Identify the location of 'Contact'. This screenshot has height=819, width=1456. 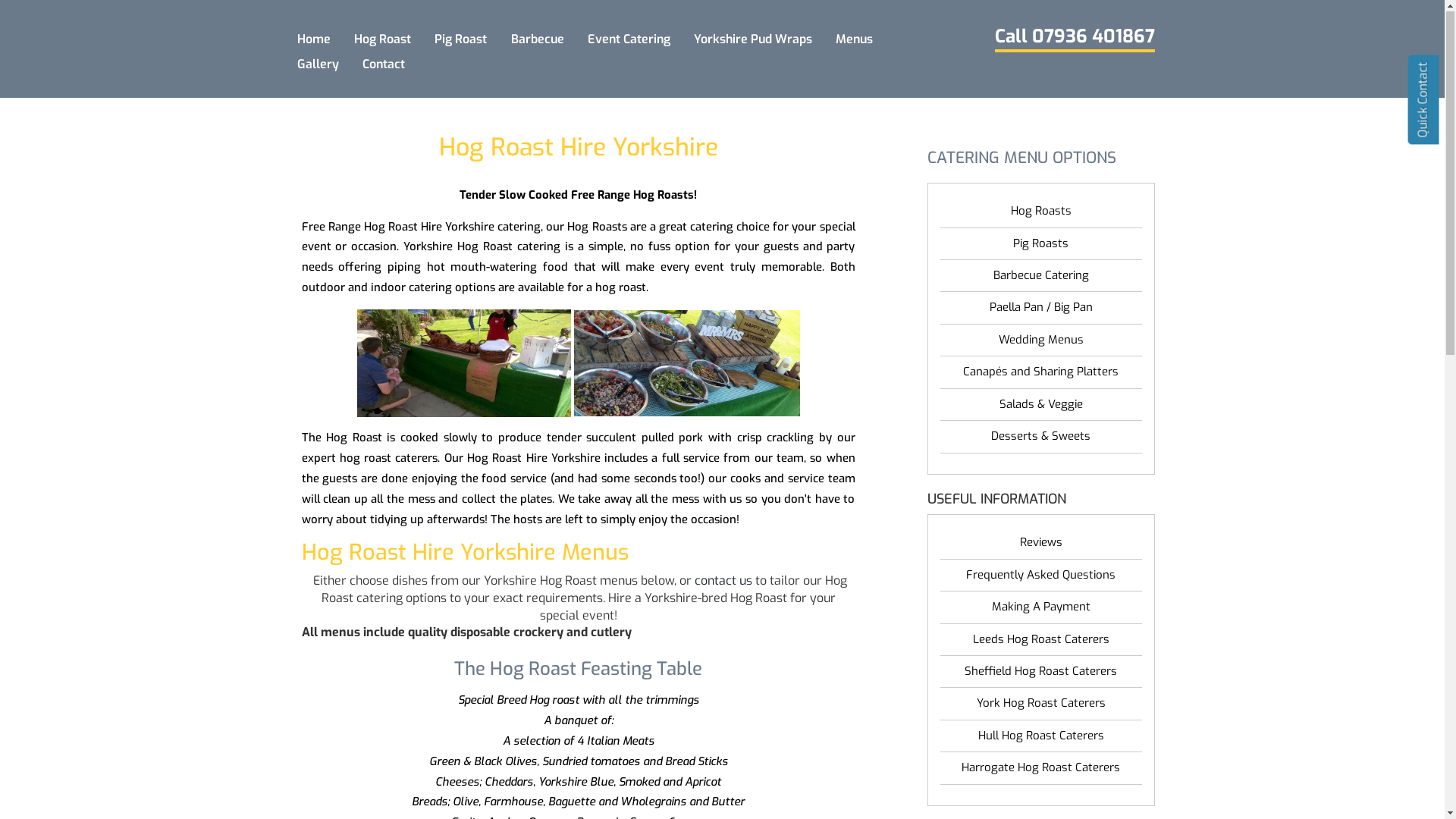
(384, 64).